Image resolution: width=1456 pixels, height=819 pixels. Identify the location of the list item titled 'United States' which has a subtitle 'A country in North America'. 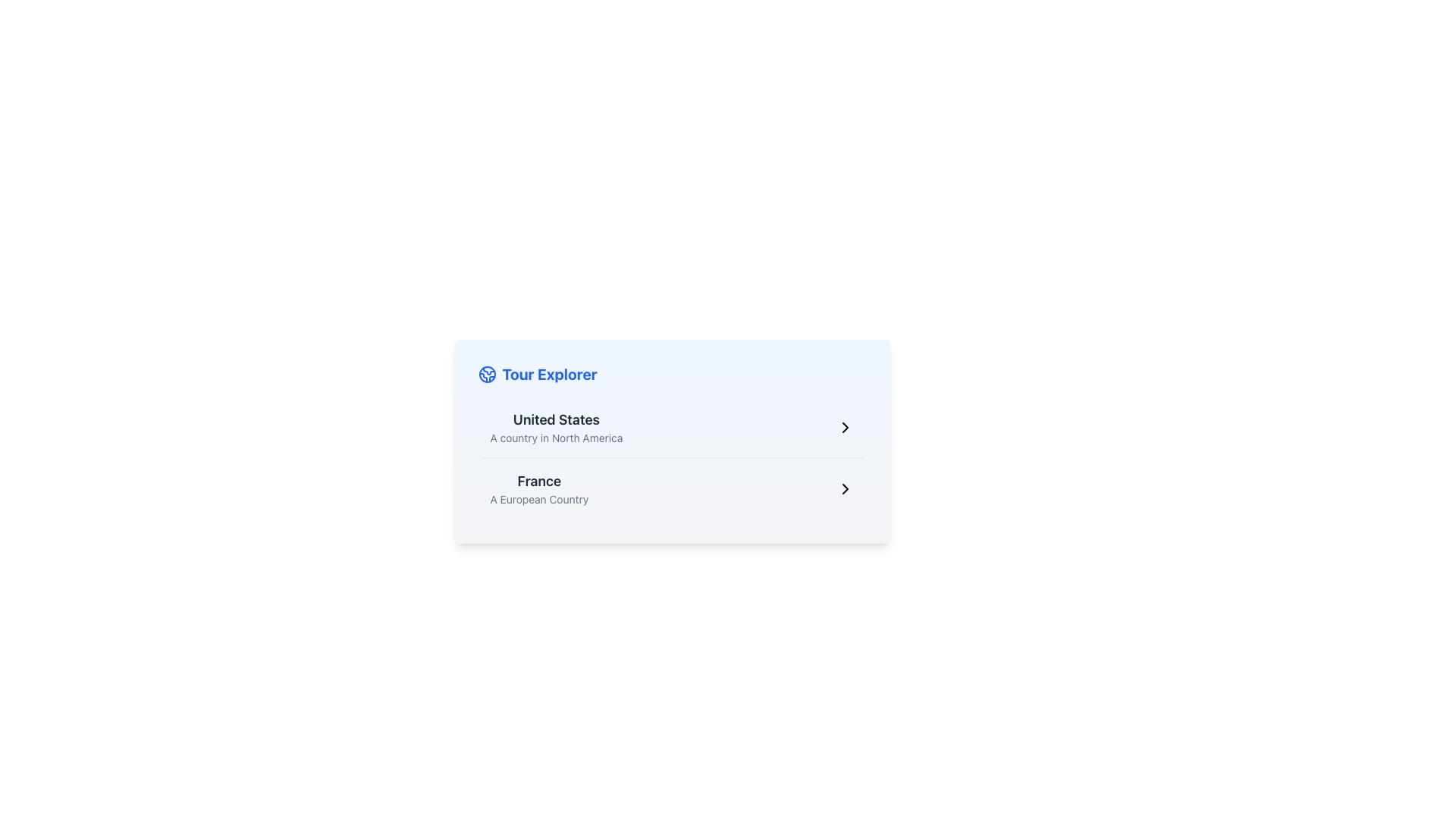
(671, 427).